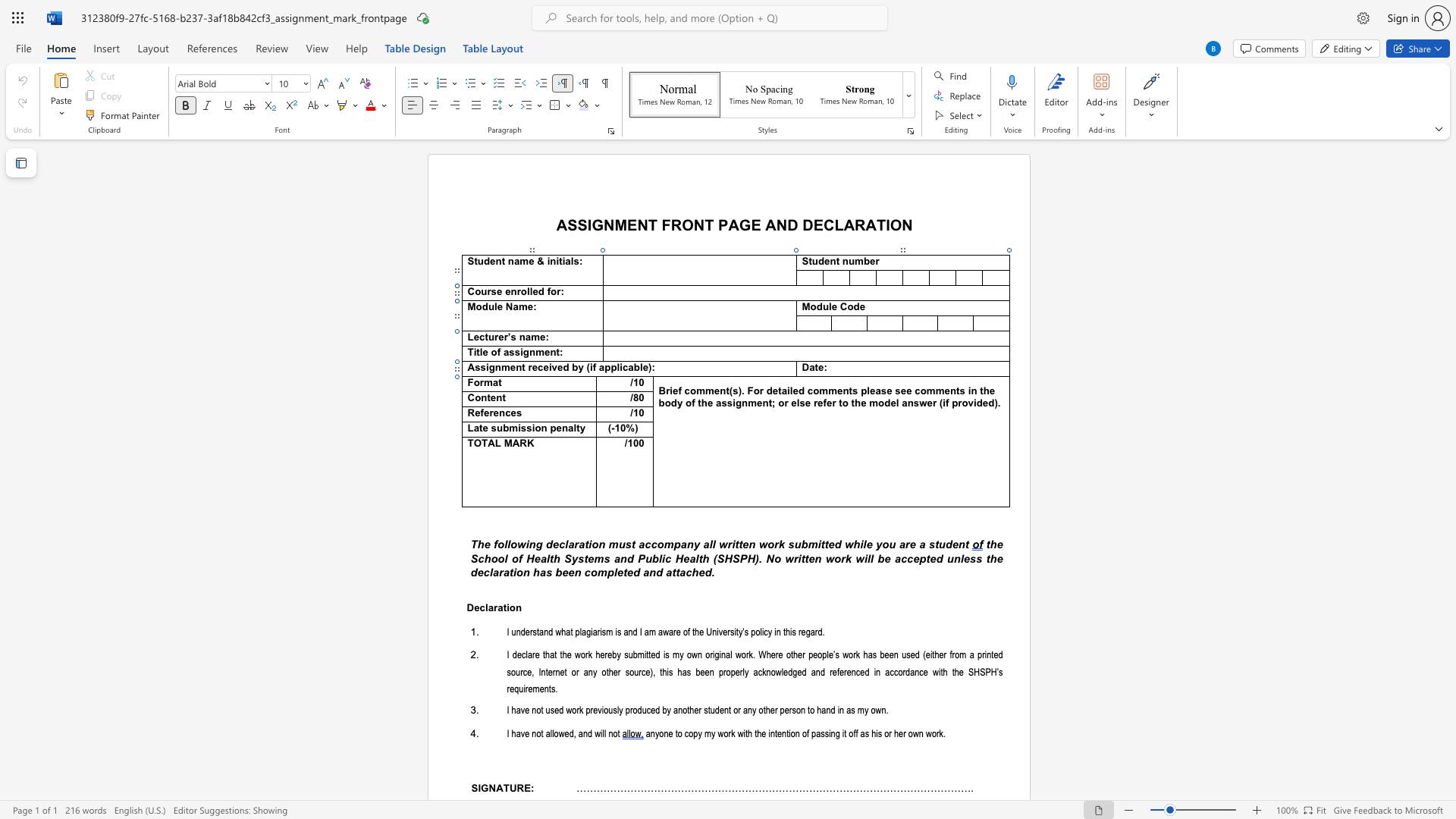 Image resolution: width=1456 pixels, height=819 pixels. Describe the element at coordinates (792, 402) in the screenshot. I see `the 14th character "e" in the text` at that location.